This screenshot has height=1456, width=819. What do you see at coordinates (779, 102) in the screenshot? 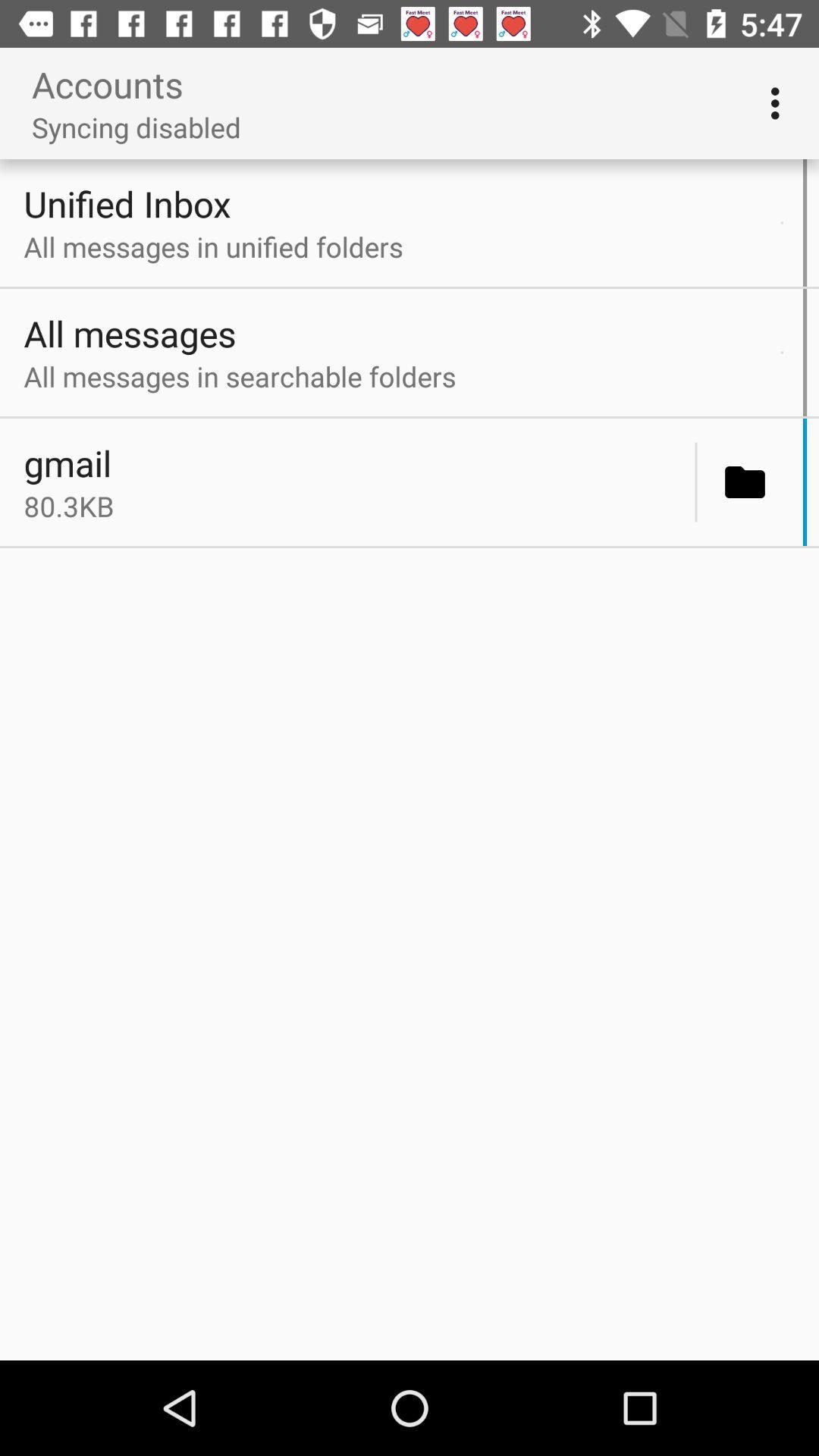
I see `item to the right of the syncing disabled` at bounding box center [779, 102].